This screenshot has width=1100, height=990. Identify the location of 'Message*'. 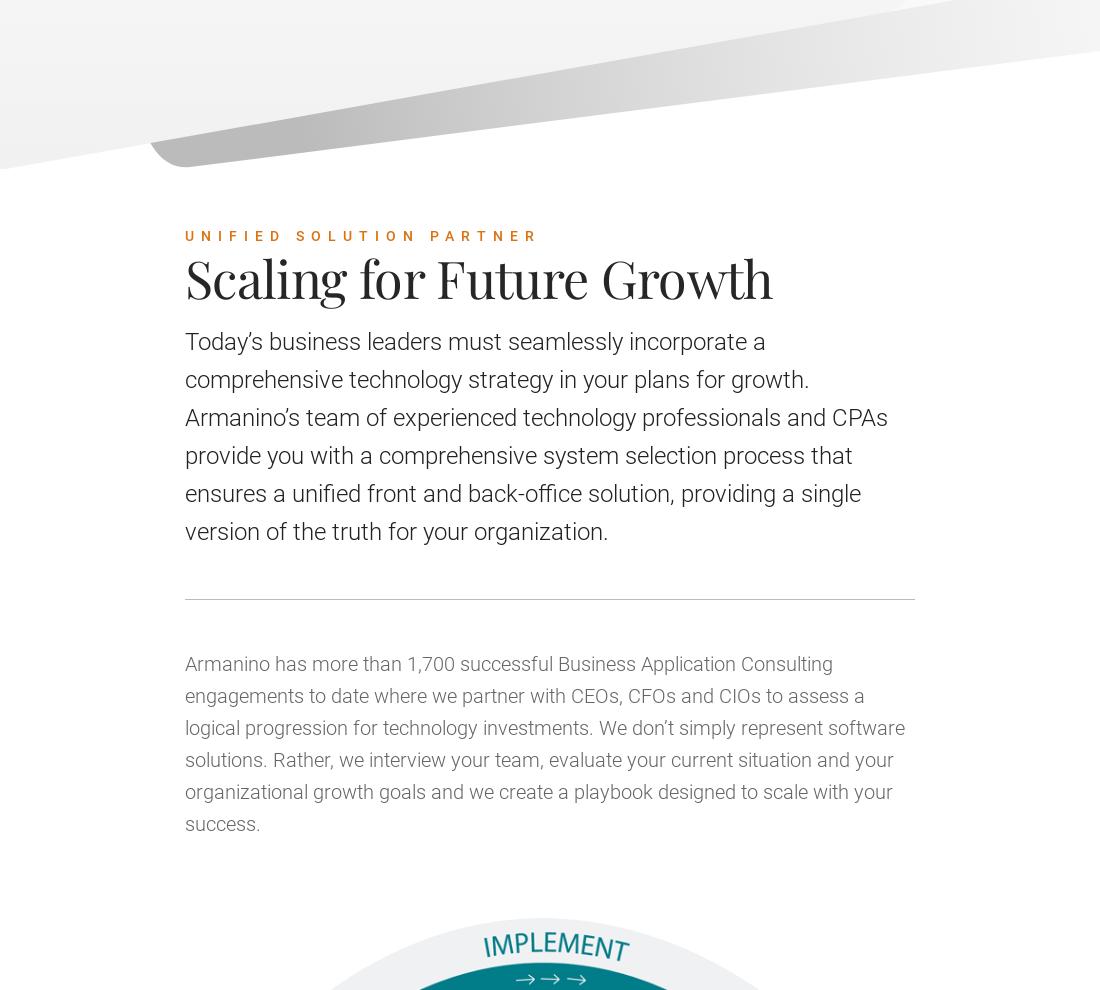
(700, 807).